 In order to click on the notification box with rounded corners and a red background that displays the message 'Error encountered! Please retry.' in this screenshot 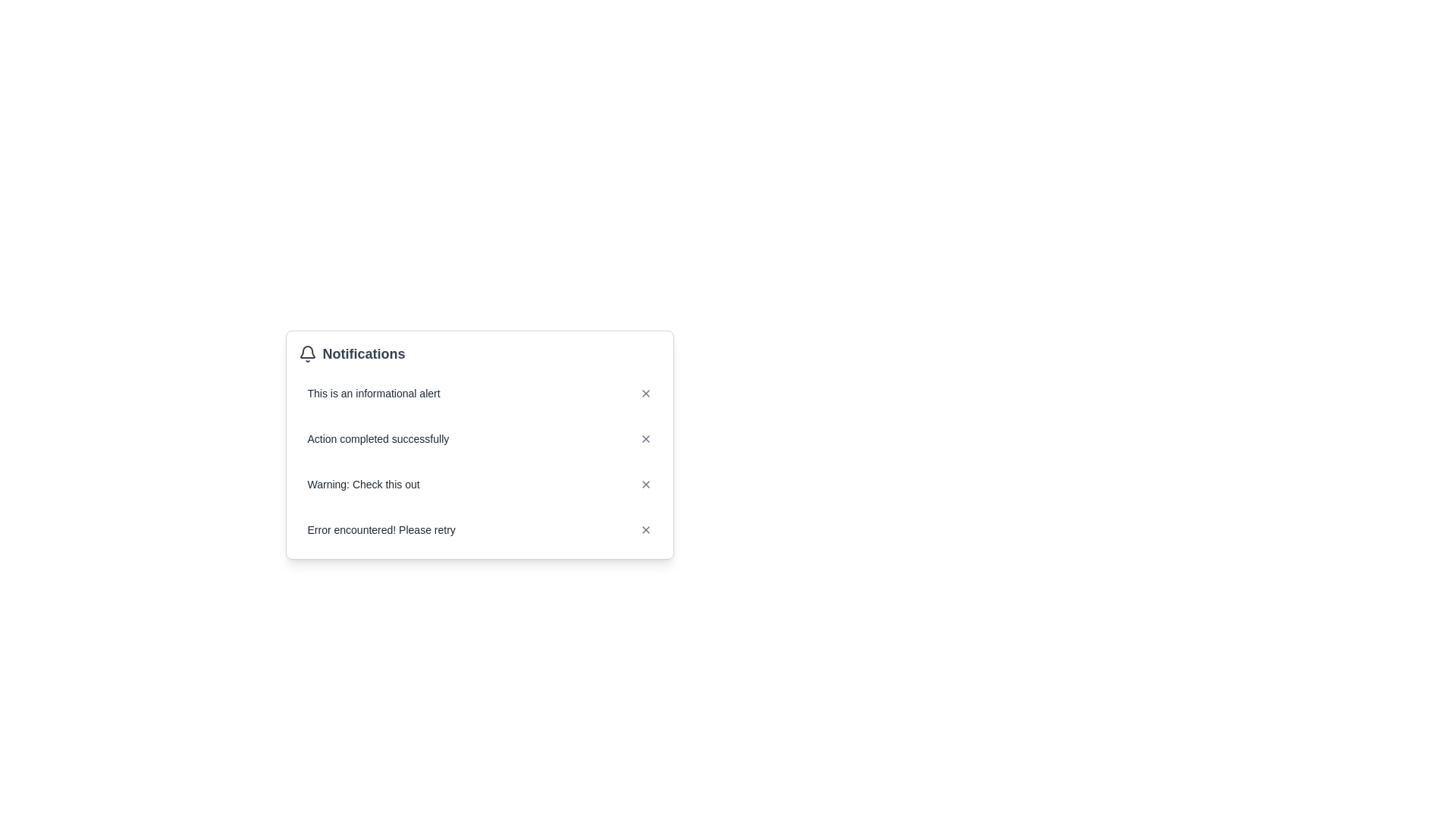, I will do `click(479, 529)`.